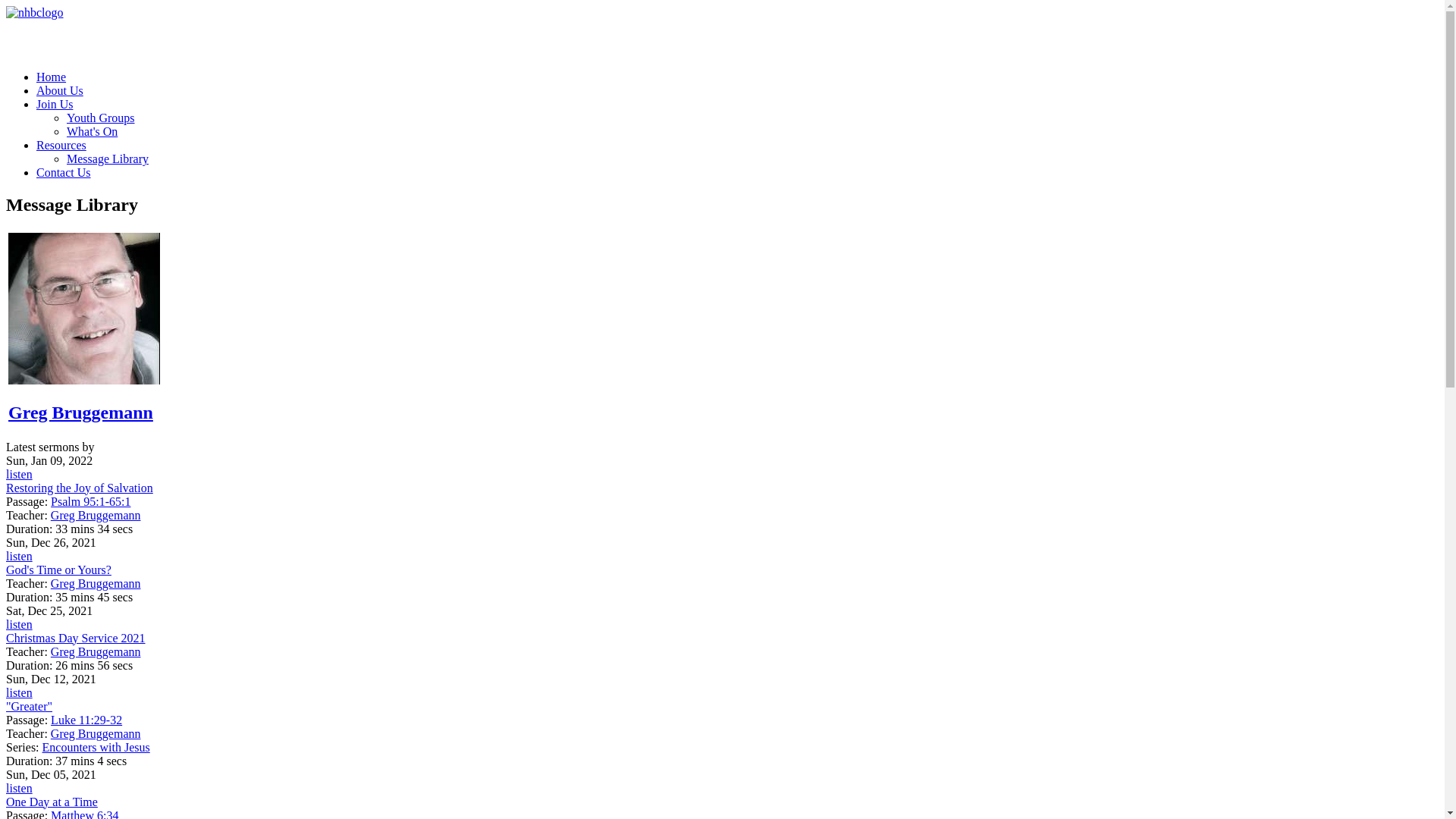 The width and height of the screenshot is (1456, 819). I want to click on 'Restoring the Joy of Salvation', so click(79, 488).